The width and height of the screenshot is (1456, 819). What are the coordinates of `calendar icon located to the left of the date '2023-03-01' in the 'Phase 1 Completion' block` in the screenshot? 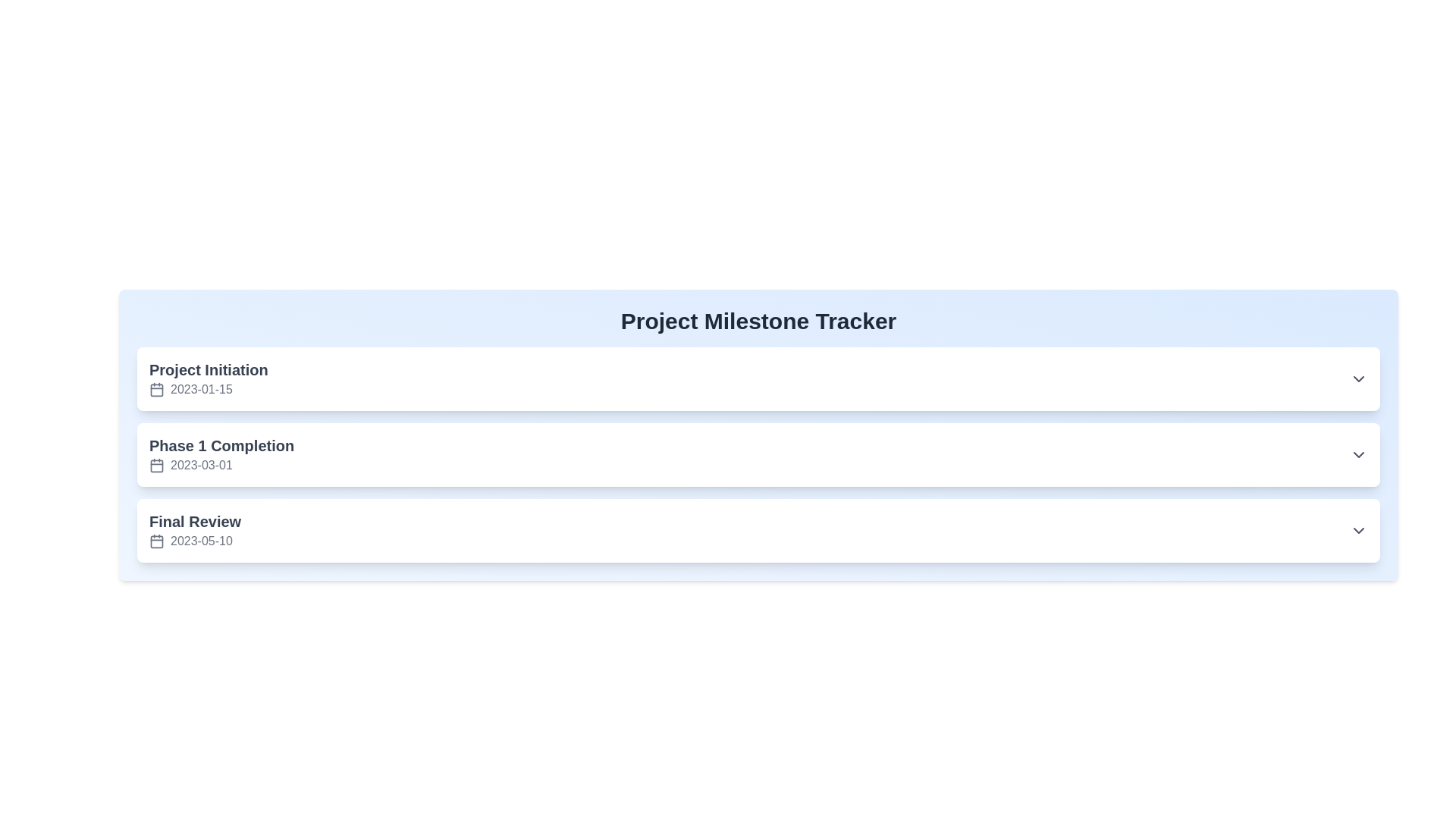 It's located at (156, 464).